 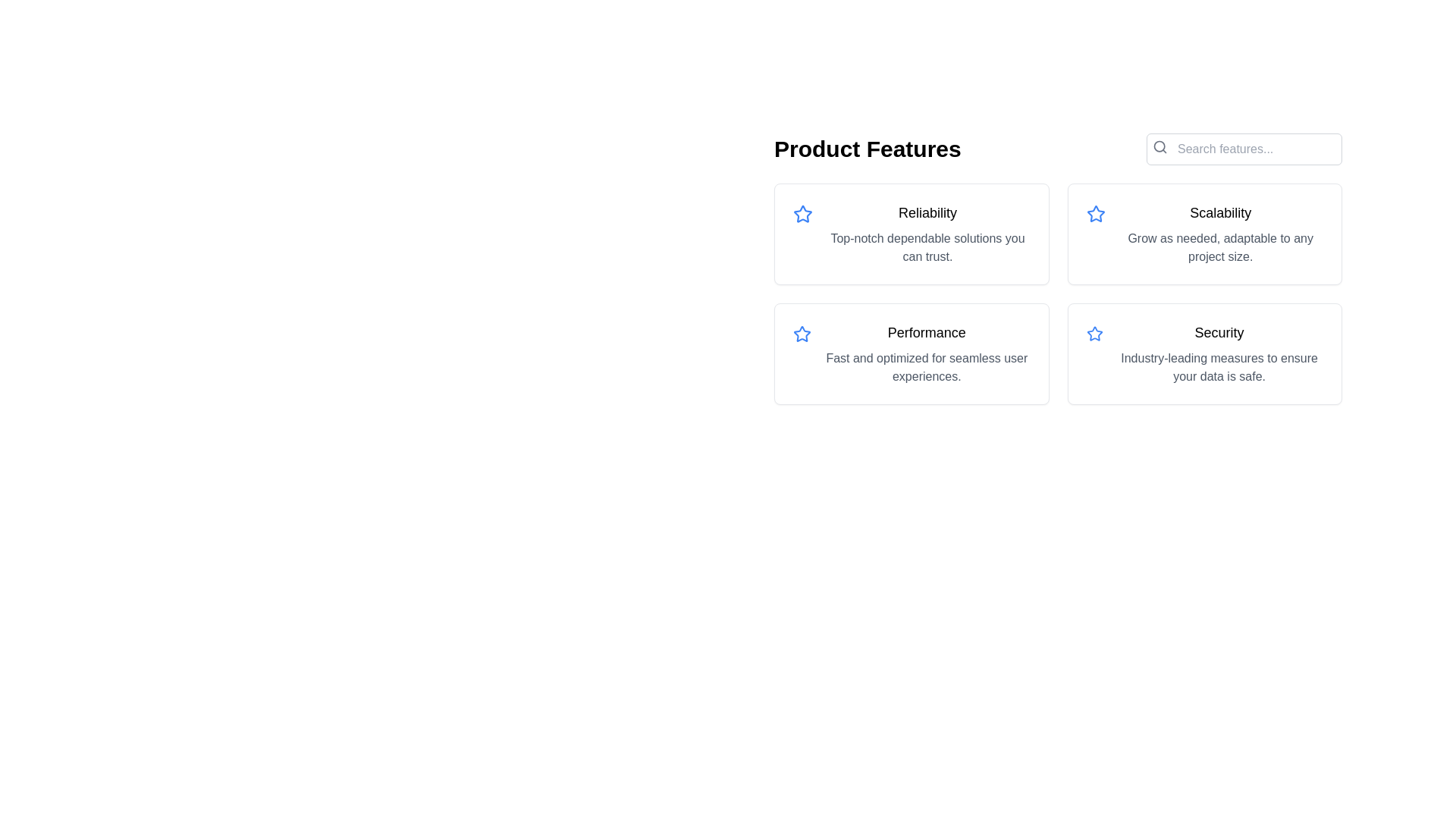 What do you see at coordinates (868, 149) in the screenshot?
I see `the text header labeled 'Product Features', which is prominently styled in a large bold font and located at the upper-left corner of its section` at bounding box center [868, 149].